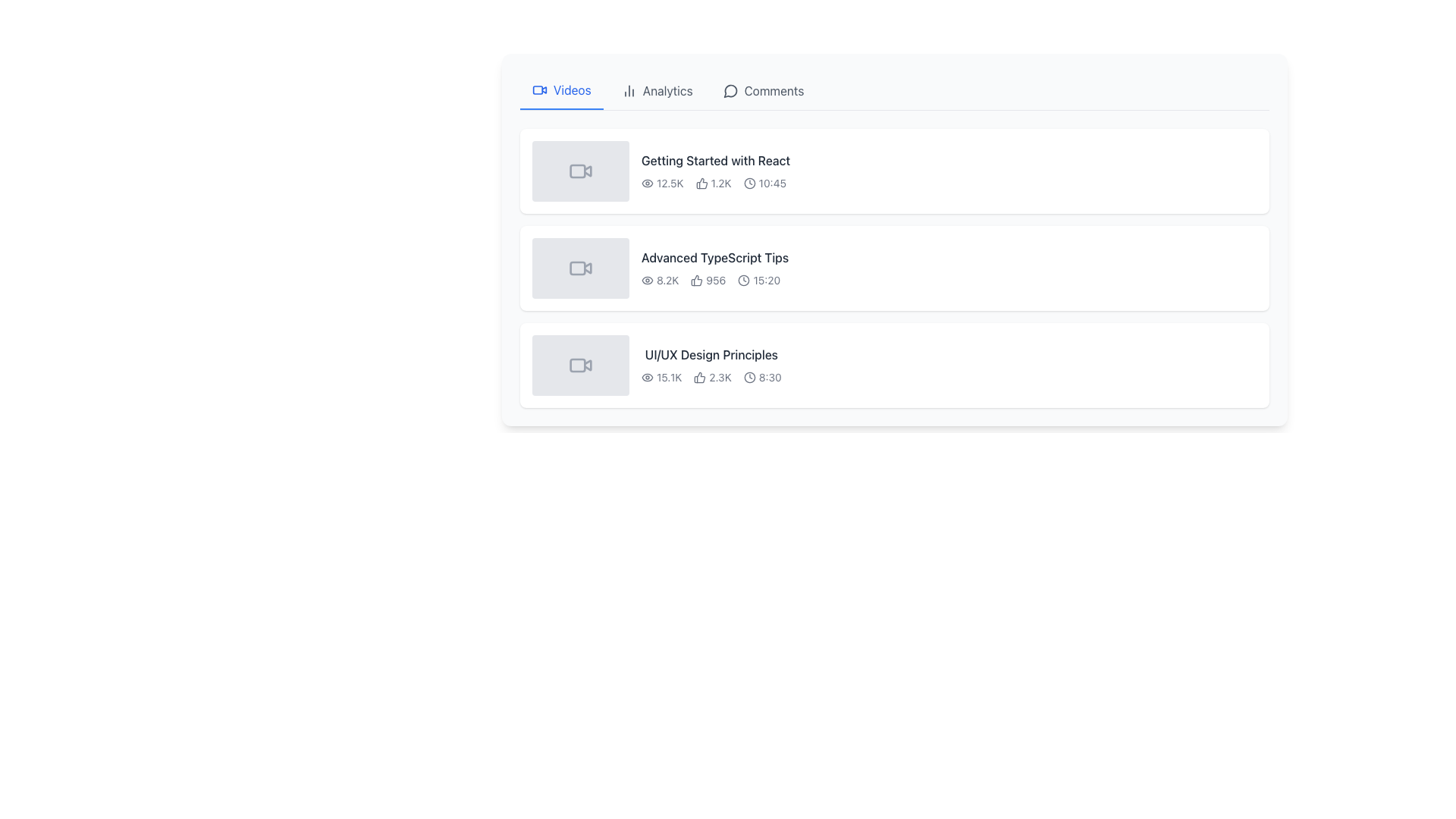 This screenshot has width=1456, height=819. Describe the element at coordinates (714, 256) in the screenshot. I see `the 'Advanced TypeScript Tips' label in the second row of video entries` at that location.